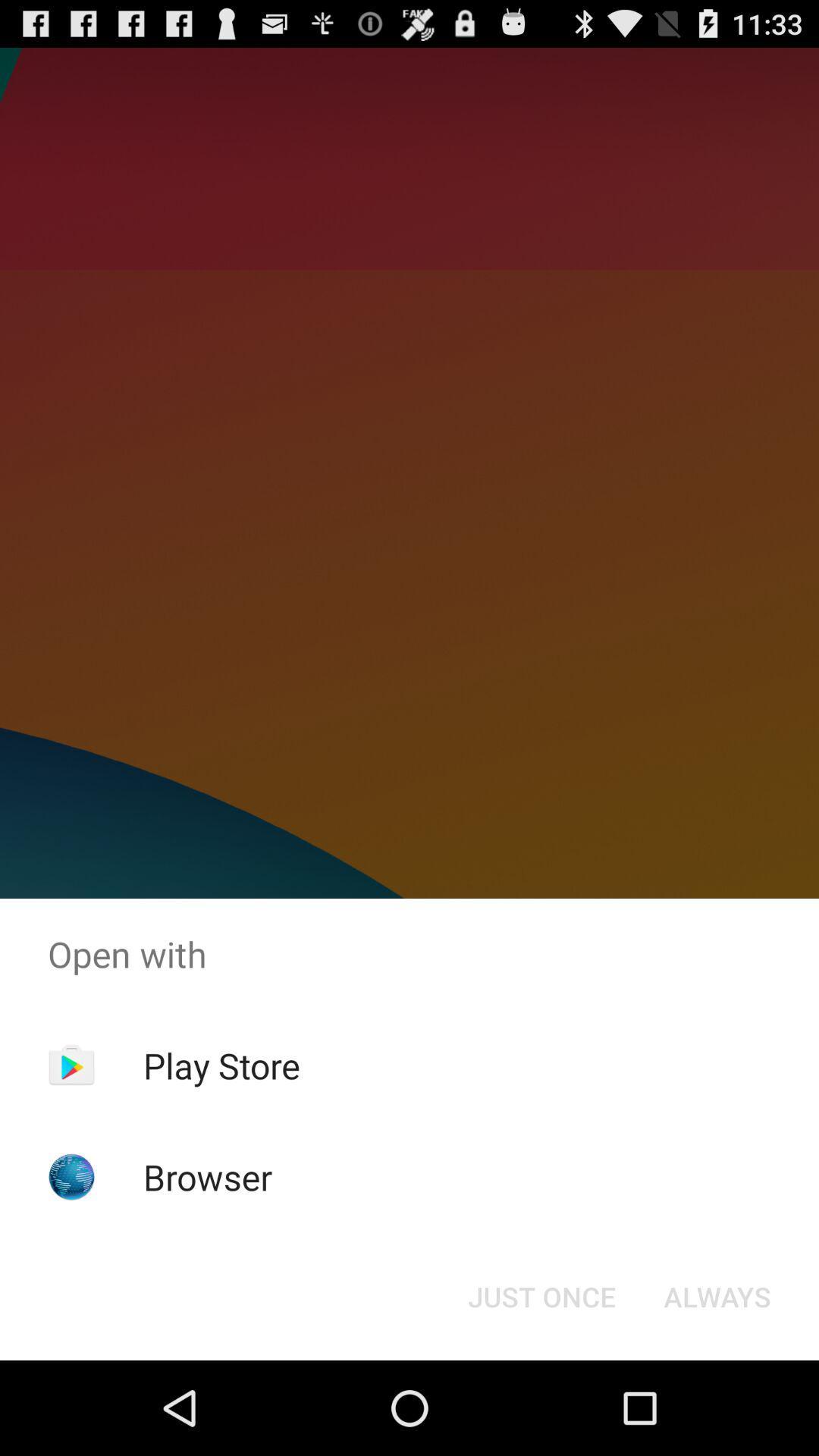 This screenshot has height=1456, width=819. I want to click on icon next to just once item, so click(717, 1295).